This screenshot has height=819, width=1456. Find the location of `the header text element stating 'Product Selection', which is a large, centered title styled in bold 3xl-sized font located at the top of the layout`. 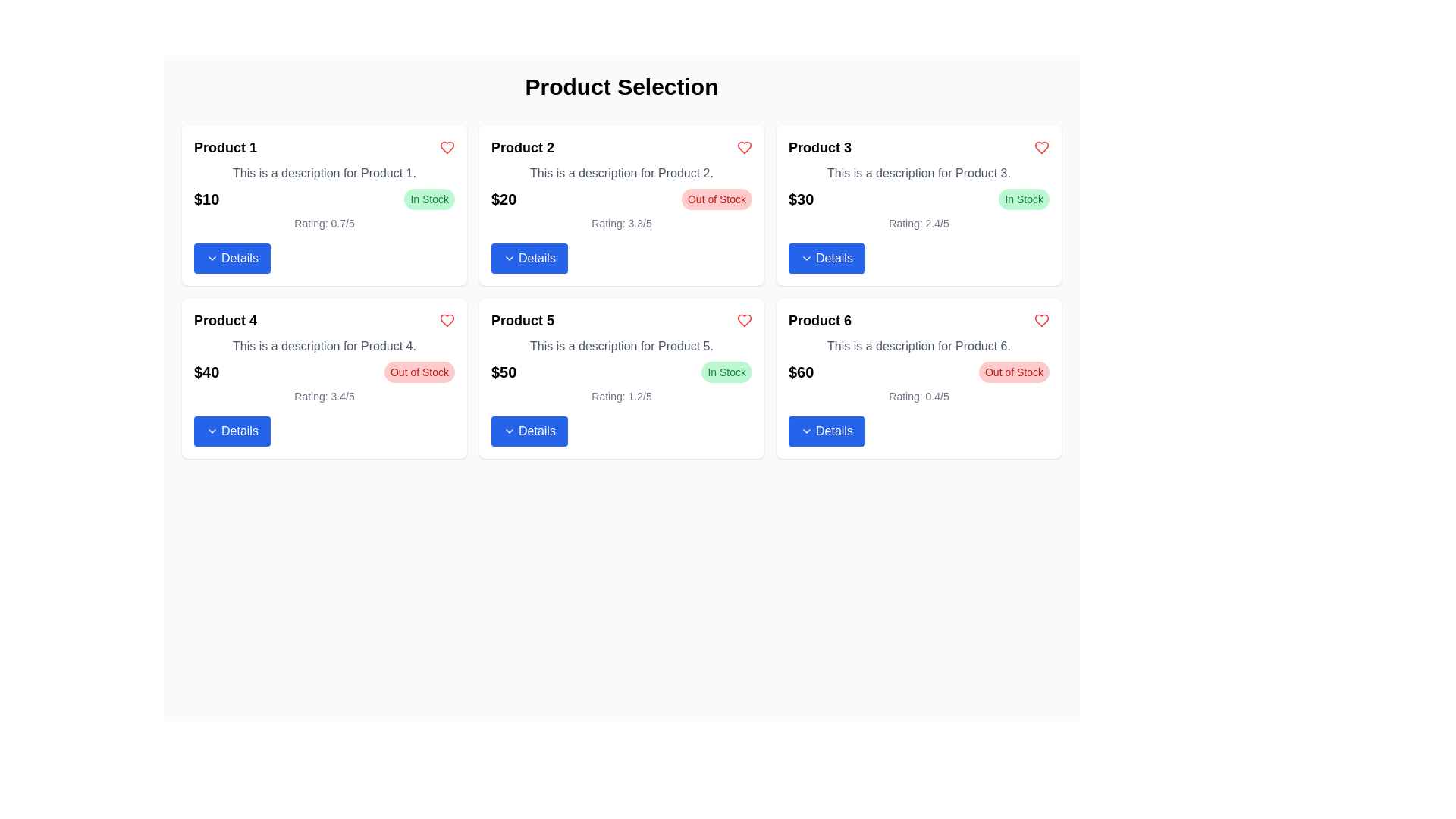

the header text element stating 'Product Selection', which is a large, centered title styled in bold 3xl-sized font located at the top of the layout is located at coordinates (622, 87).